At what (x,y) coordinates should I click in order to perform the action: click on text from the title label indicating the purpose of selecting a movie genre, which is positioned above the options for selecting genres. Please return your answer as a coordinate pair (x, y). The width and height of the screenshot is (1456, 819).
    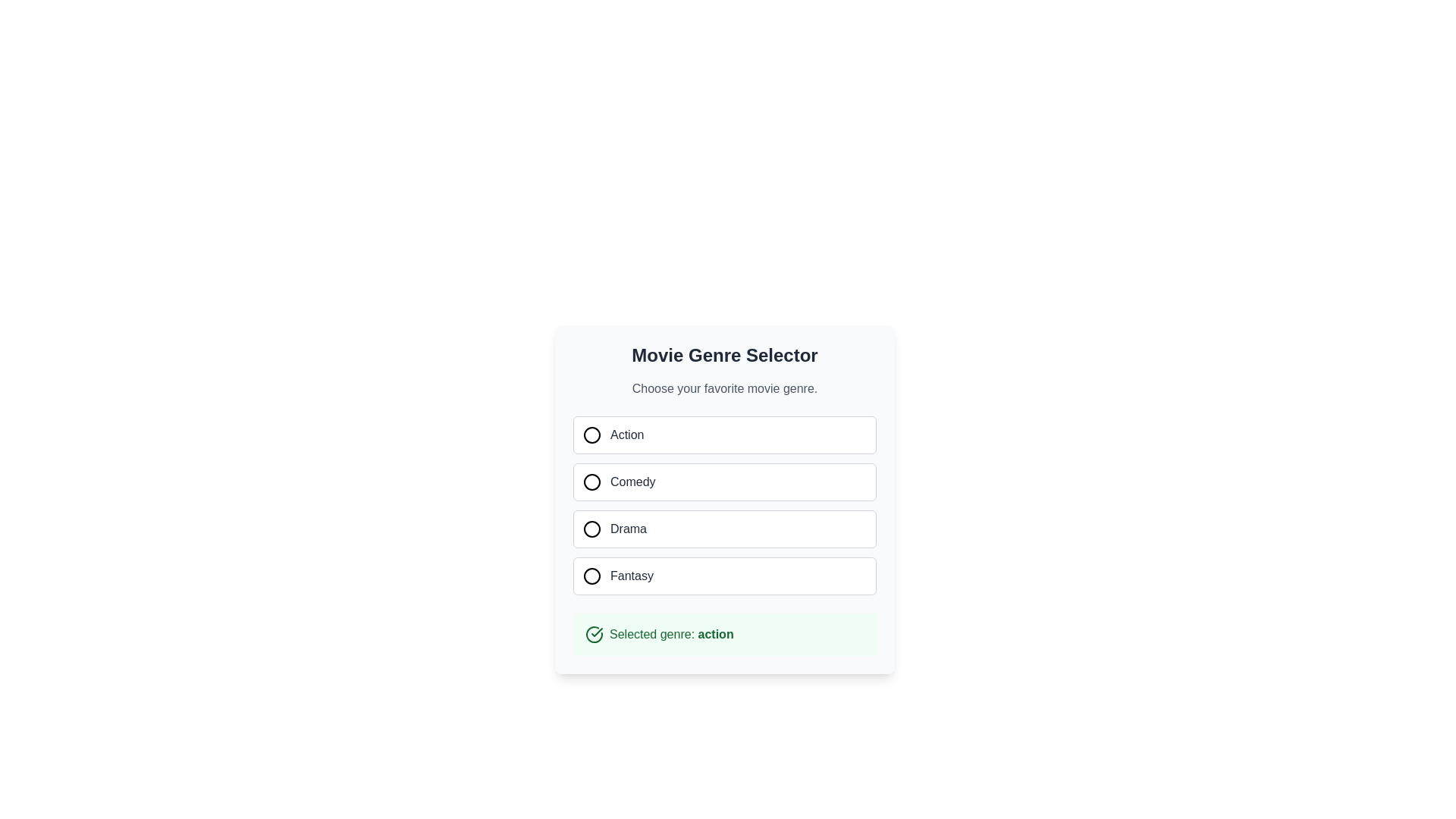
    Looking at the image, I should click on (723, 356).